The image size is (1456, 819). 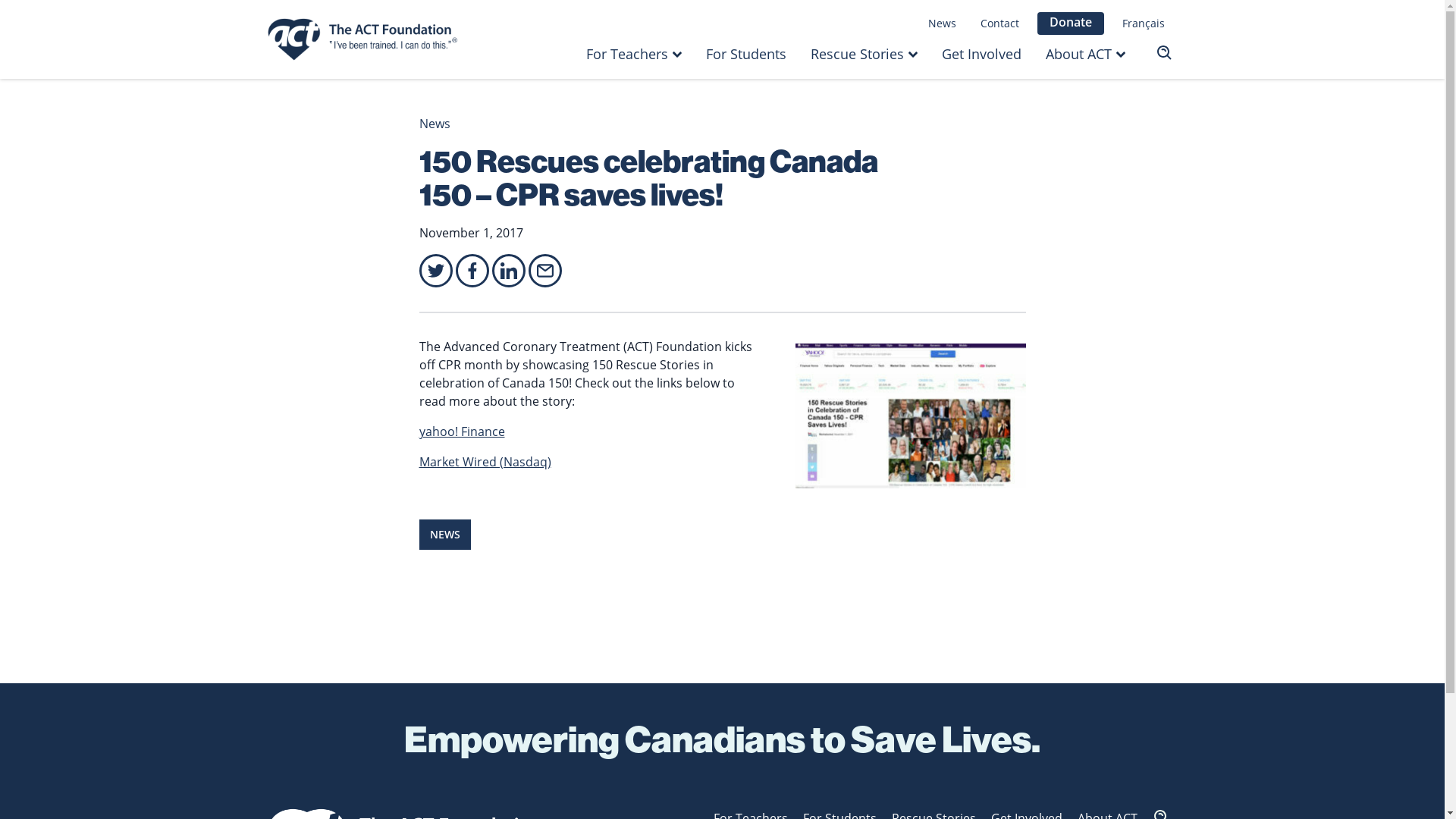 What do you see at coordinates (443, 534) in the screenshot?
I see `'NEWS'` at bounding box center [443, 534].